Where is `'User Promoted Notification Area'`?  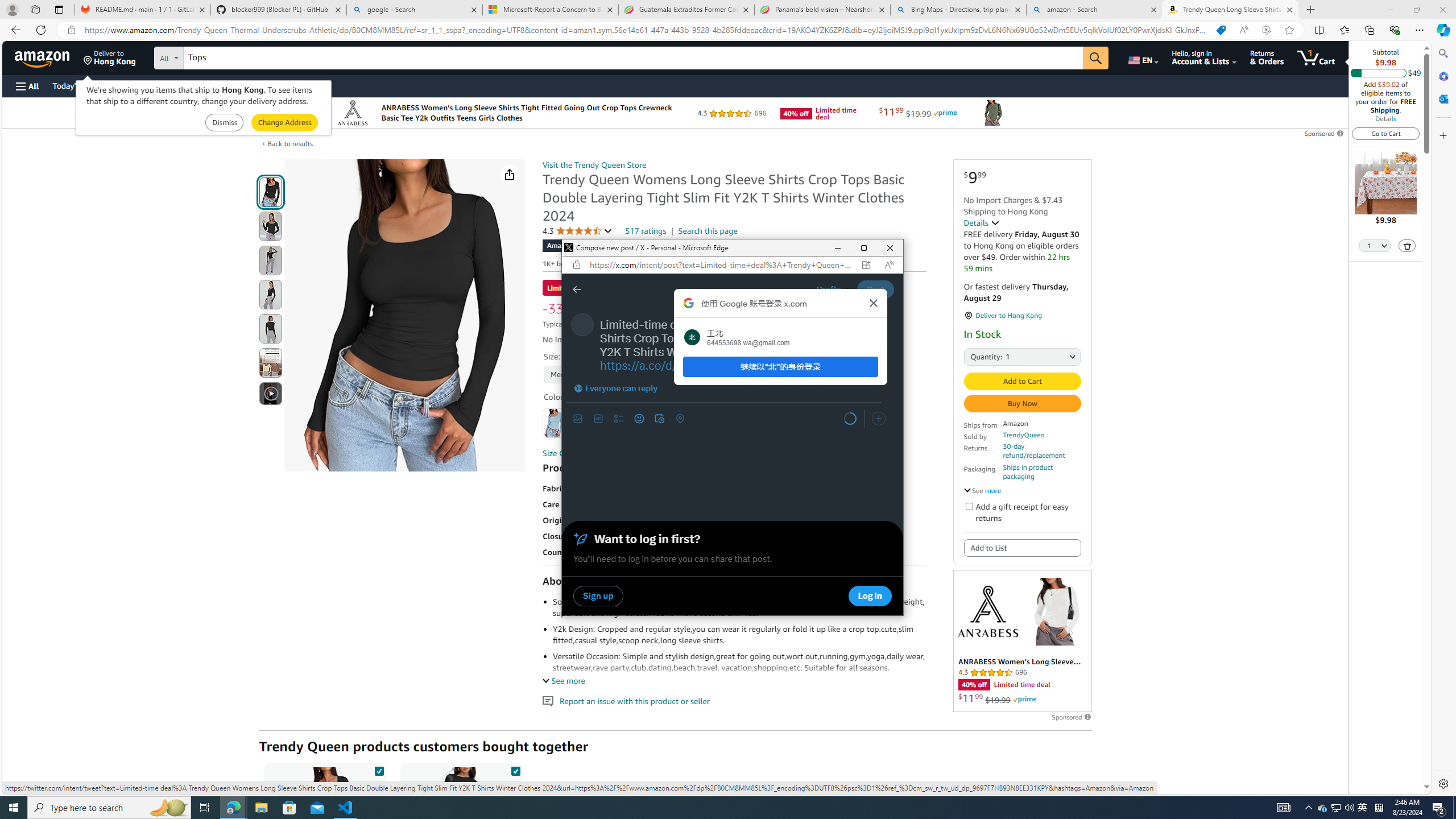 'User Promoted Notification Area' is located at coordinates (1336, 806).